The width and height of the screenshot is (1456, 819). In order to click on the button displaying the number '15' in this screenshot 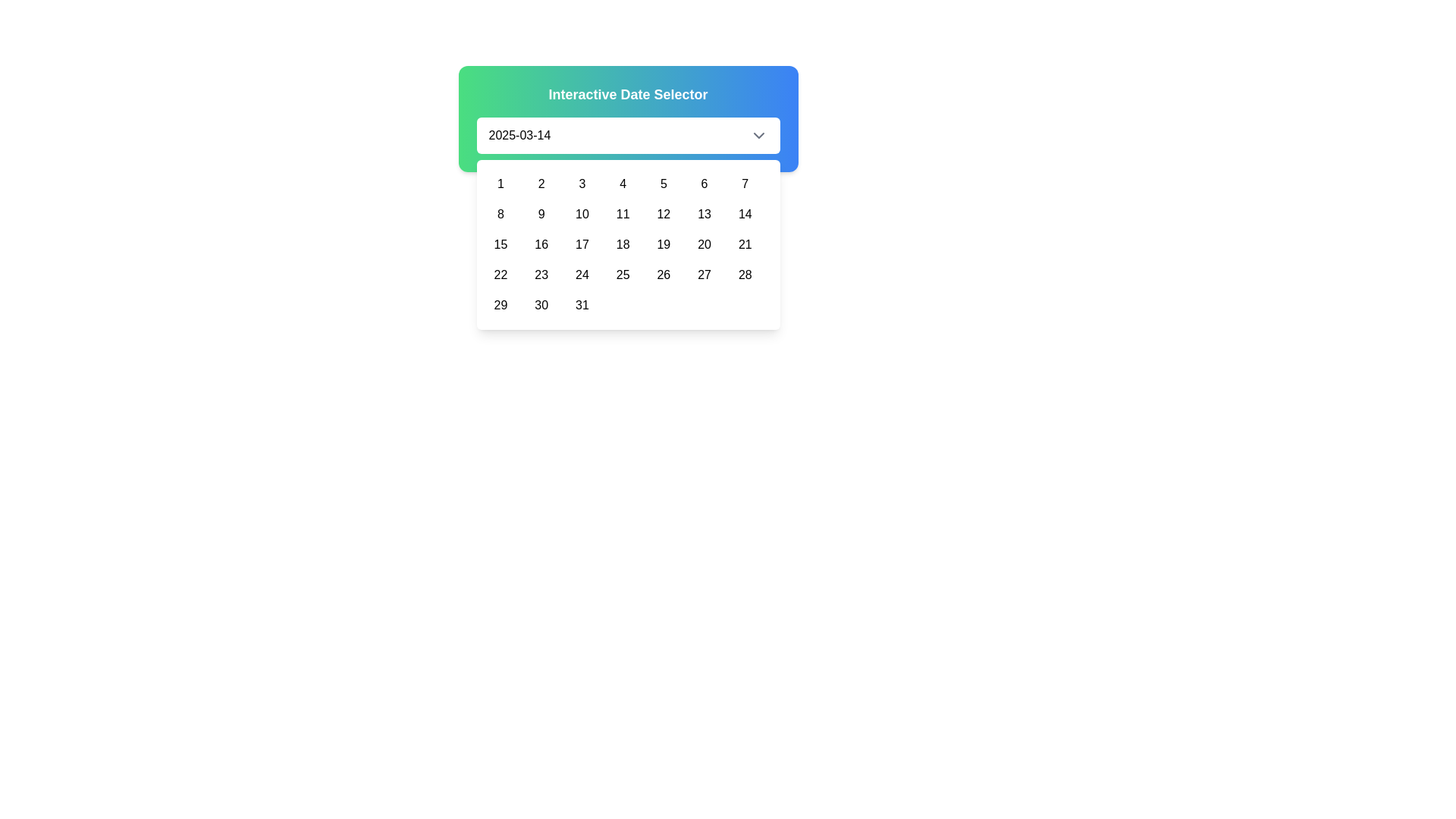, I will do `click(500, 244)`.